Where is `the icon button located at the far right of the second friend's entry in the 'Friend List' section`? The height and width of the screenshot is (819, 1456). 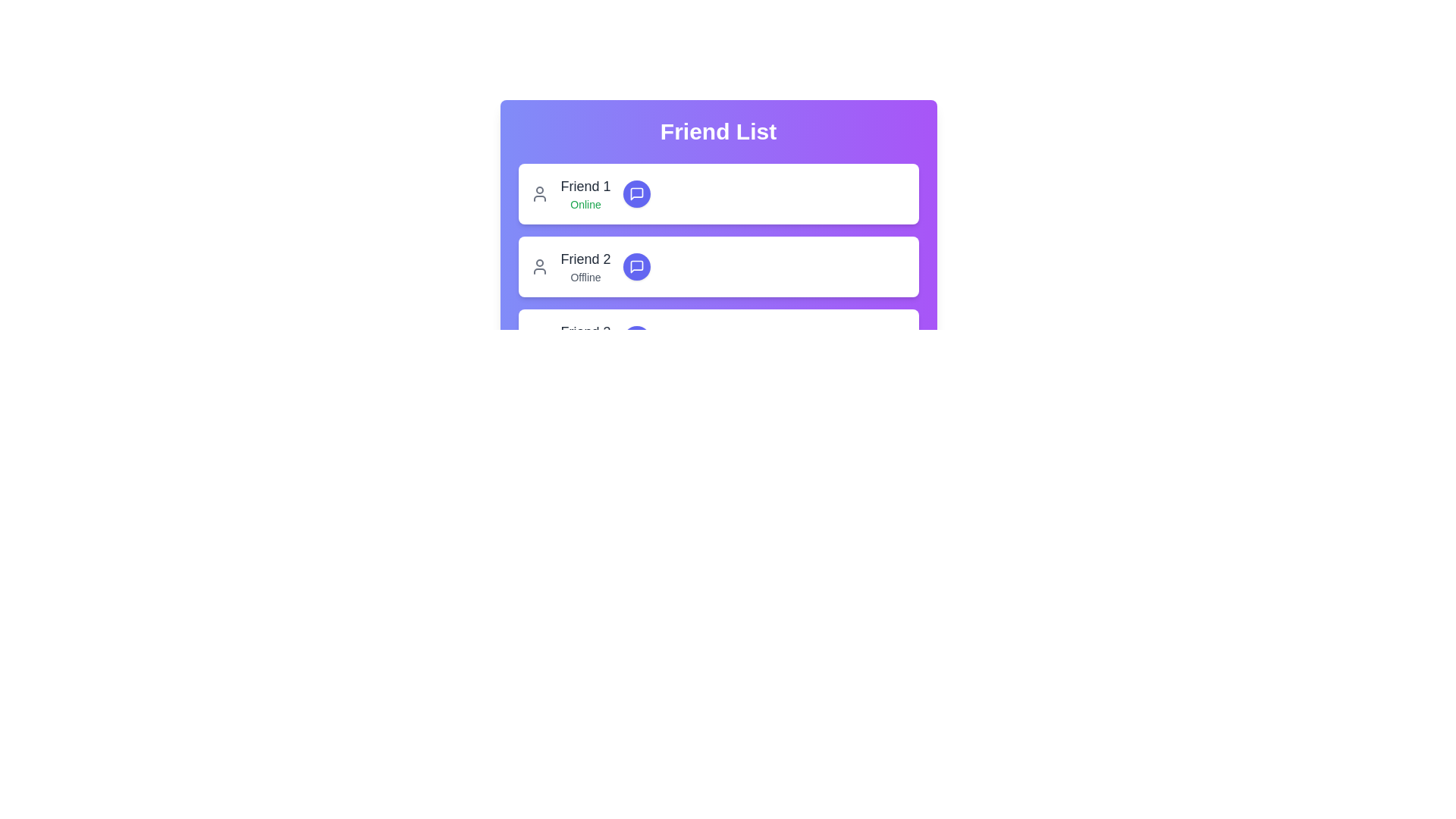 the icon button located at the far right of the second friend's entry in the 'Friend List' section is located at coordinates (636, 265).